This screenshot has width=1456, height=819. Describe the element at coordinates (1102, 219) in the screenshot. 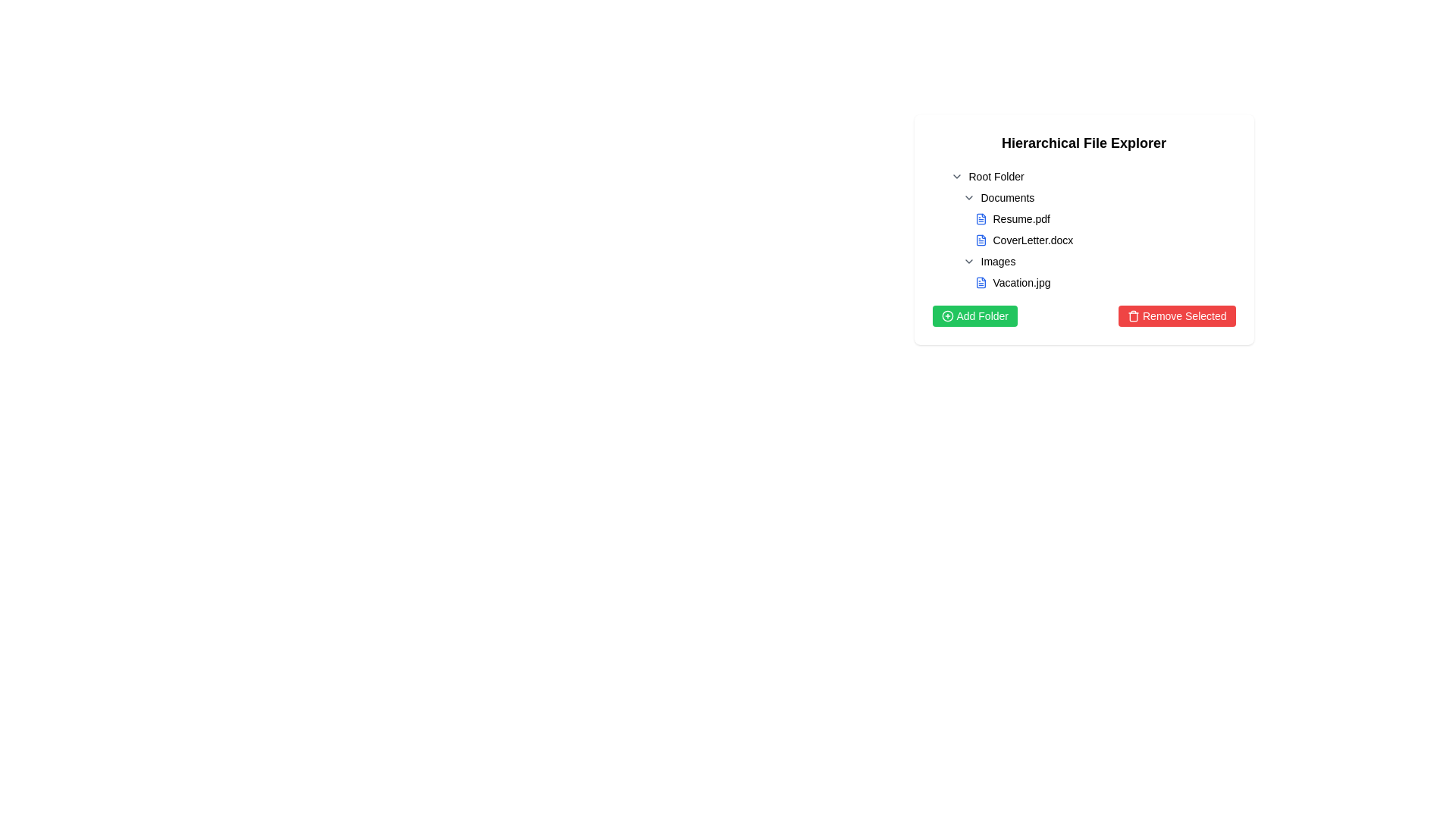

I see `on the 'Resume.pdf' file entry, which is the first item in the vertical list under the 'Documents' section of the file explorer` at that location.